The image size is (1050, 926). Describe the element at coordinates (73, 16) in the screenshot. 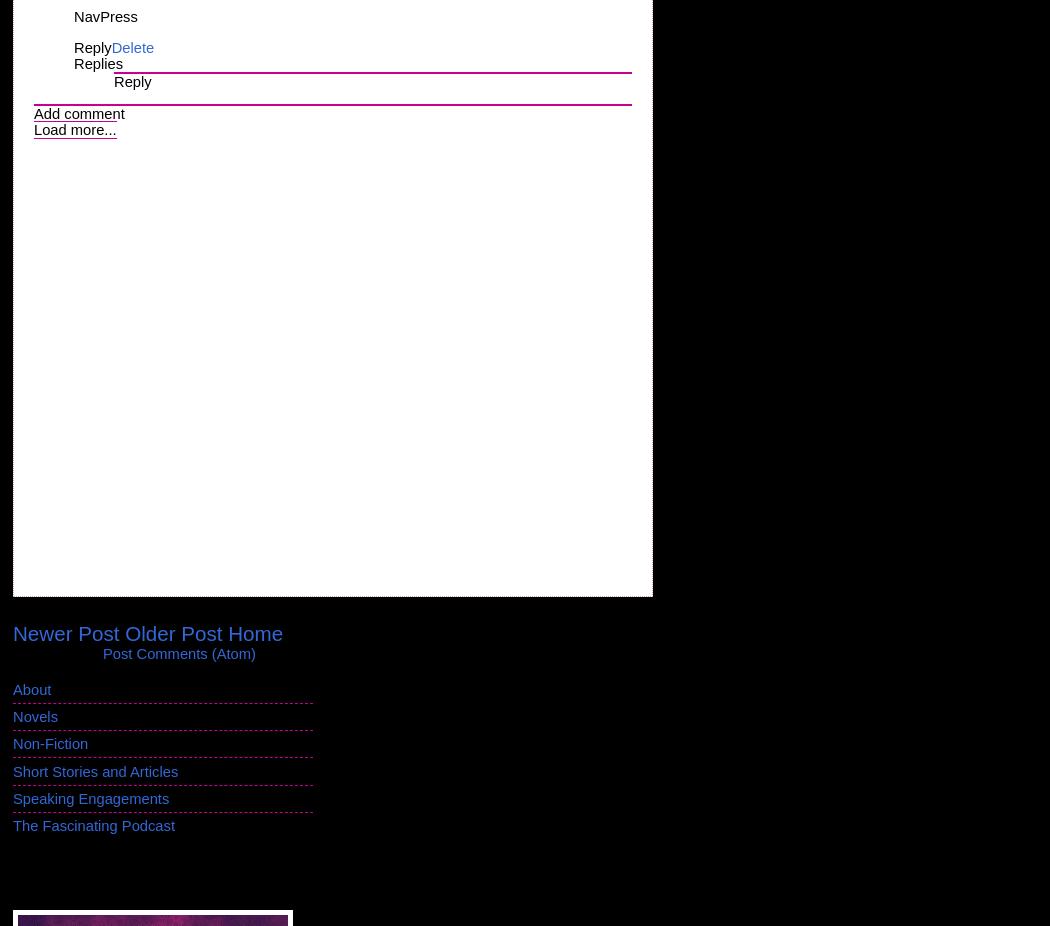

I see `'NavPress'` at that location.